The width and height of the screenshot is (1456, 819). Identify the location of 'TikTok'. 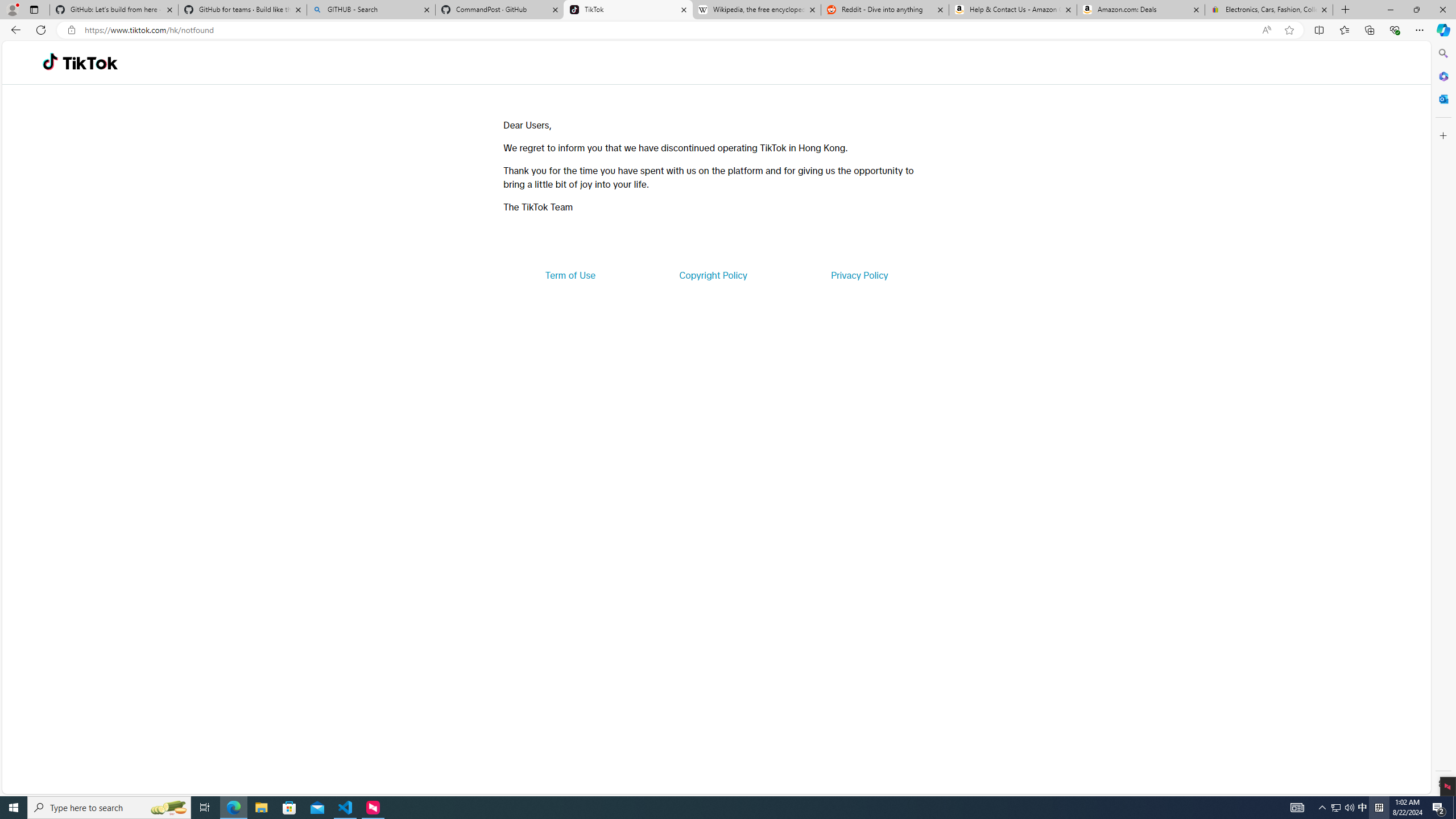
(90, 63).